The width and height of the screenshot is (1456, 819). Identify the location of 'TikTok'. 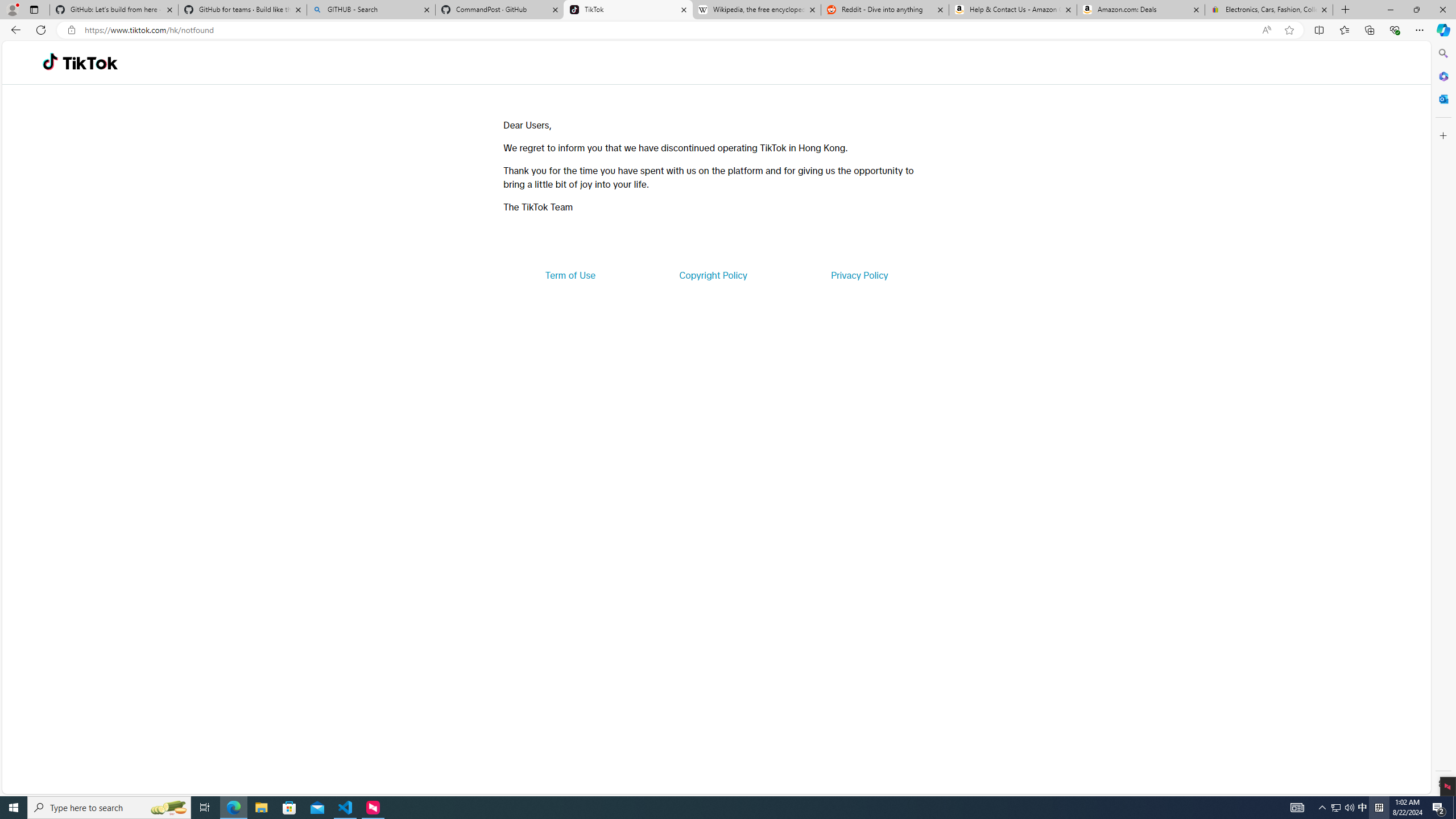
(90, 63).